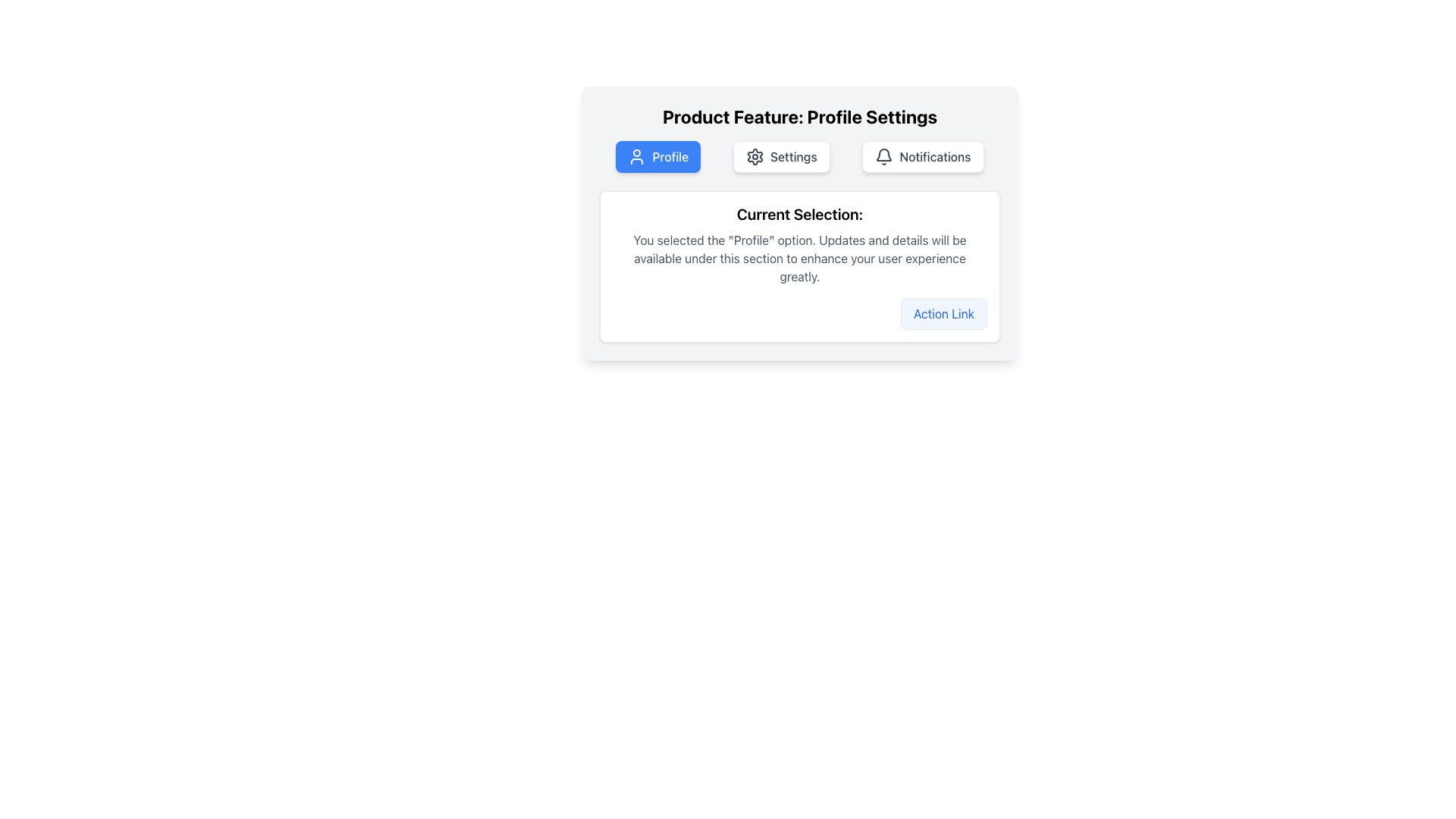 This screenshot has width=1456, height=819. I want to click on the 'Profile' button located on the top-left side of a group of three buttons, so click(658, 157).